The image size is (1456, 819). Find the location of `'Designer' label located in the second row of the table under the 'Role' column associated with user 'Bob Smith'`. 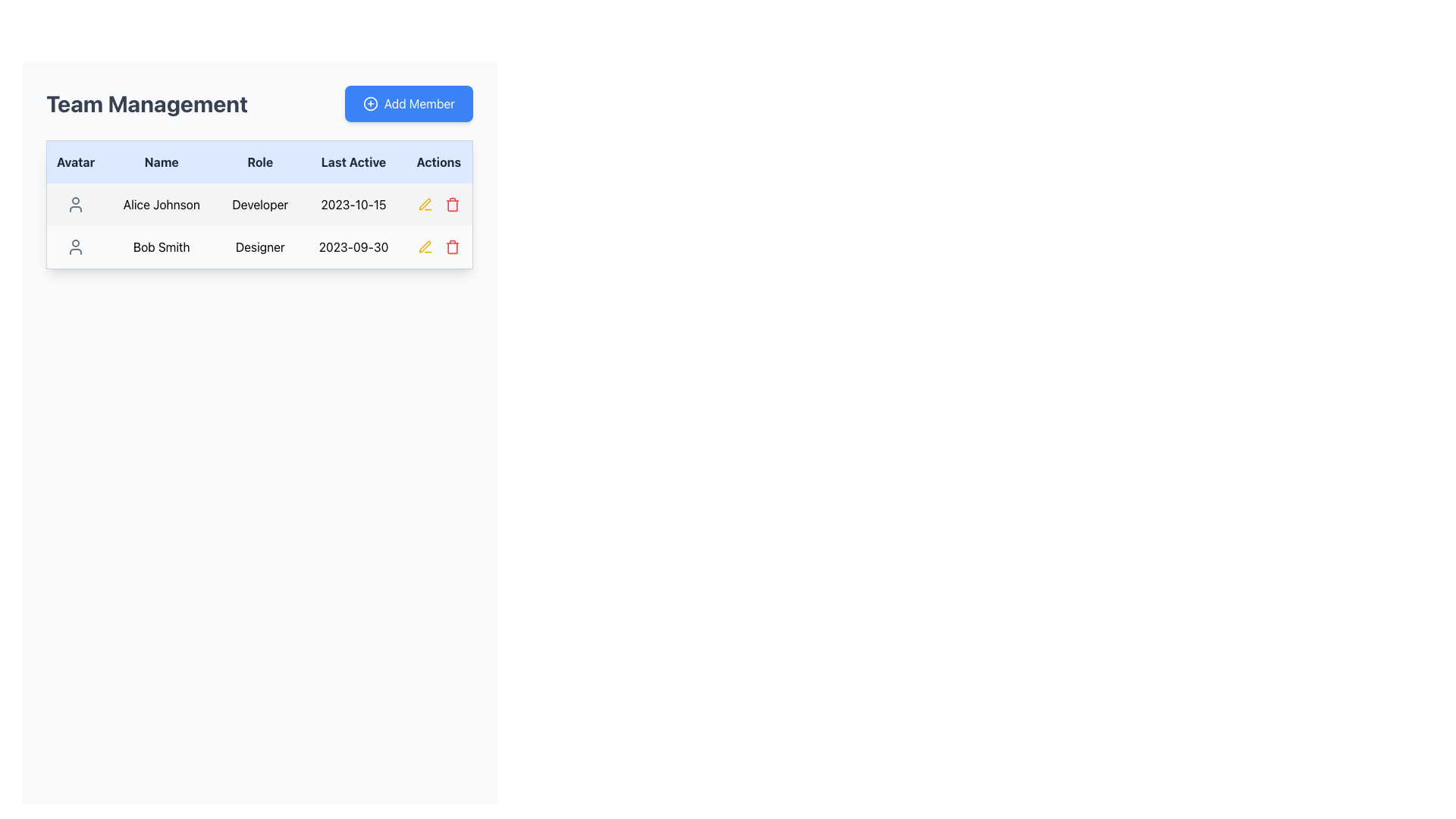

'Designer' label located in the second row of the table under the 'Role' column associated with user 'Bob Smith' is located at coordinates (260, 246).